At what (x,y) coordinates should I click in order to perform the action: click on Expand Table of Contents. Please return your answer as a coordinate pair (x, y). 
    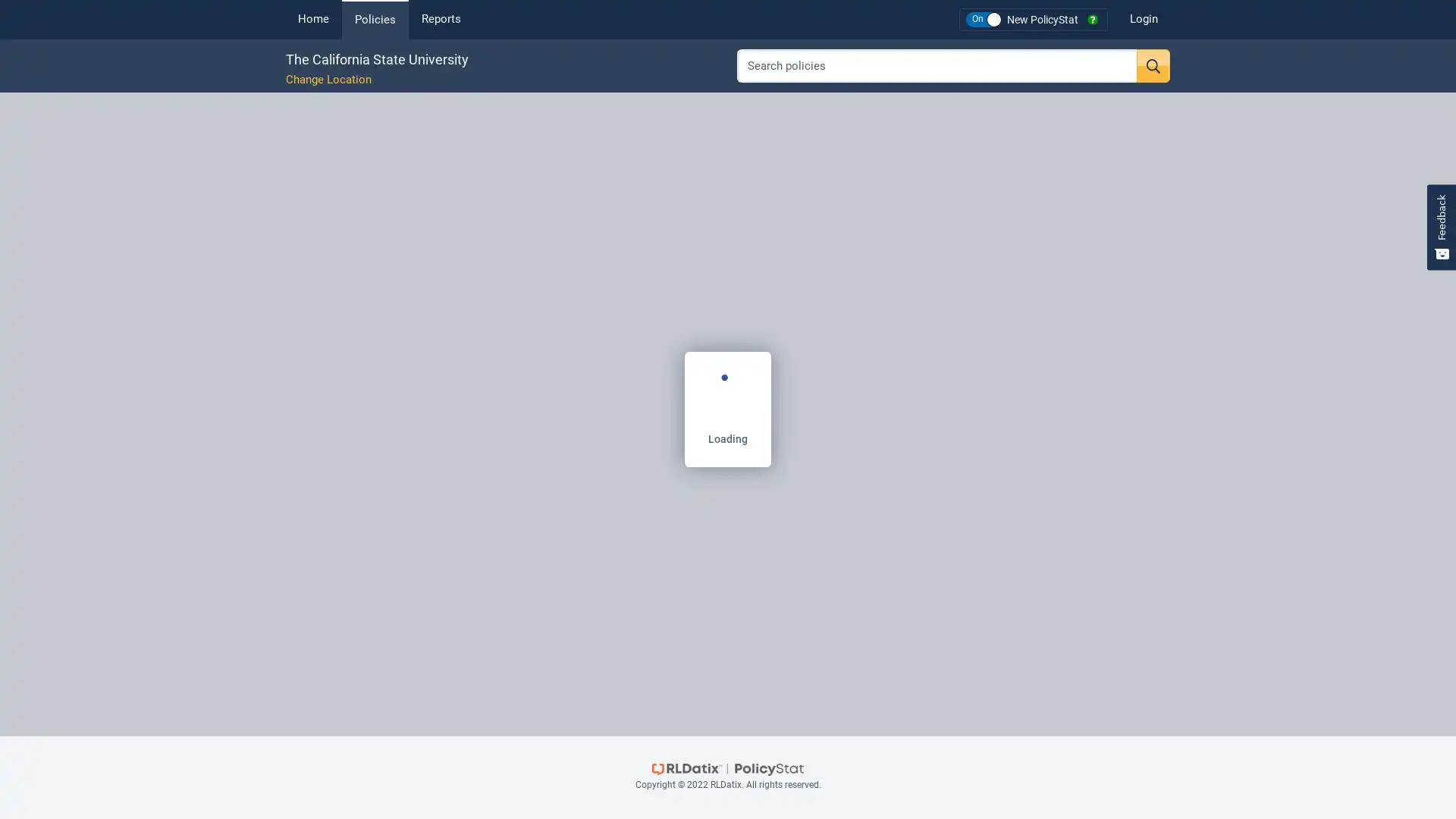
    Looking at the image, I should click on (23, 777).